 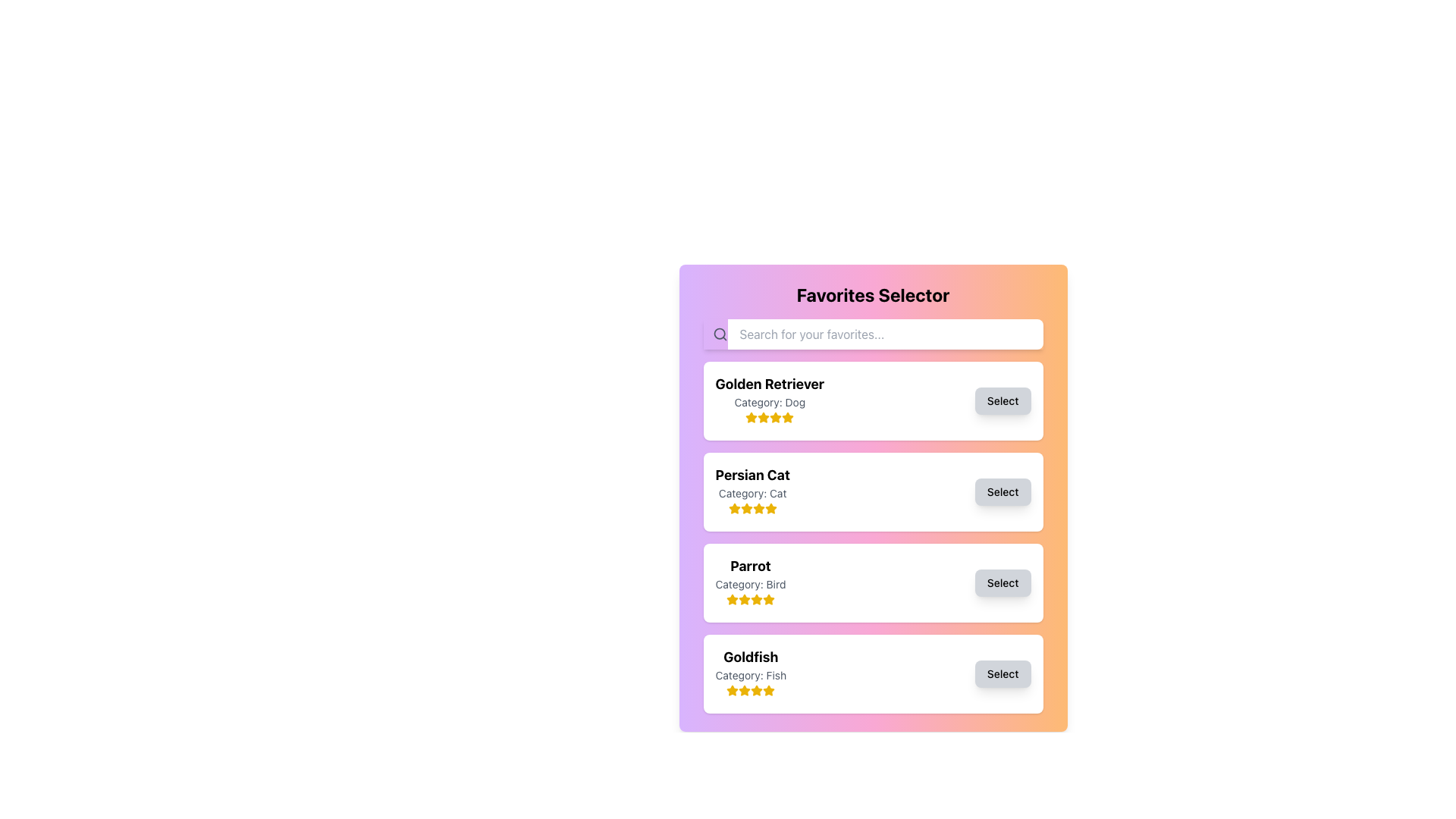 I want to click on the first star icon in the rating system for the 'Persian Cat' category, which is located beneath the 'Persian Cat' title and 'Category: Cat' text, so click(x=734, y=509).